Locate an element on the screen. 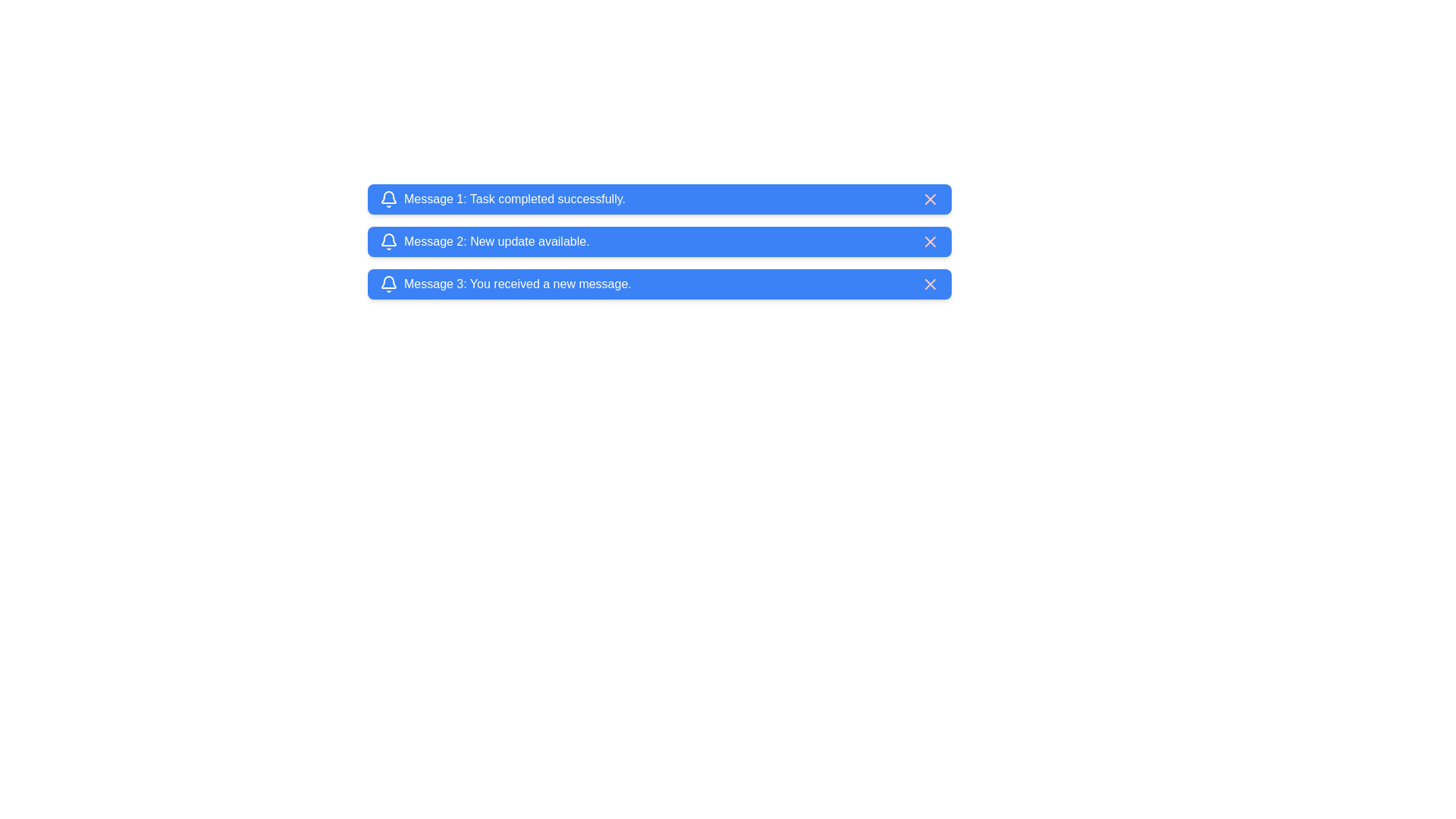 Image resolution: width=1456 pixels, height=819 pixels. the notification icon indicating a message type located to the left of the text in the third notification message labeled 'Message 3: You received a new message.' is located at coordinates (389, 284).